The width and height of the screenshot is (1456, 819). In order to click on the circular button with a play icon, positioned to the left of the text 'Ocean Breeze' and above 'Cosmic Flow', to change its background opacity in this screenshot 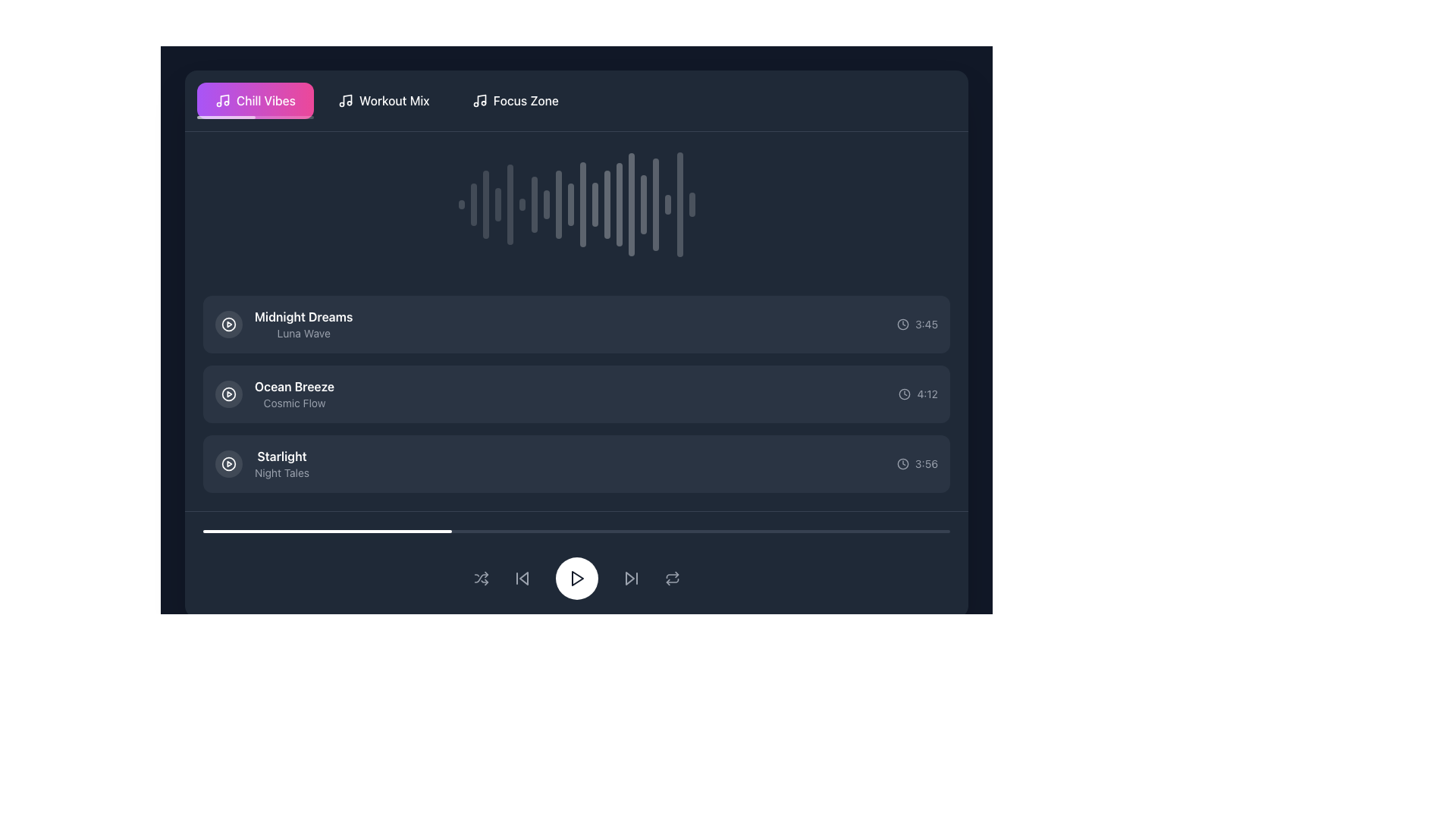, I will do `click(228, 394)`.